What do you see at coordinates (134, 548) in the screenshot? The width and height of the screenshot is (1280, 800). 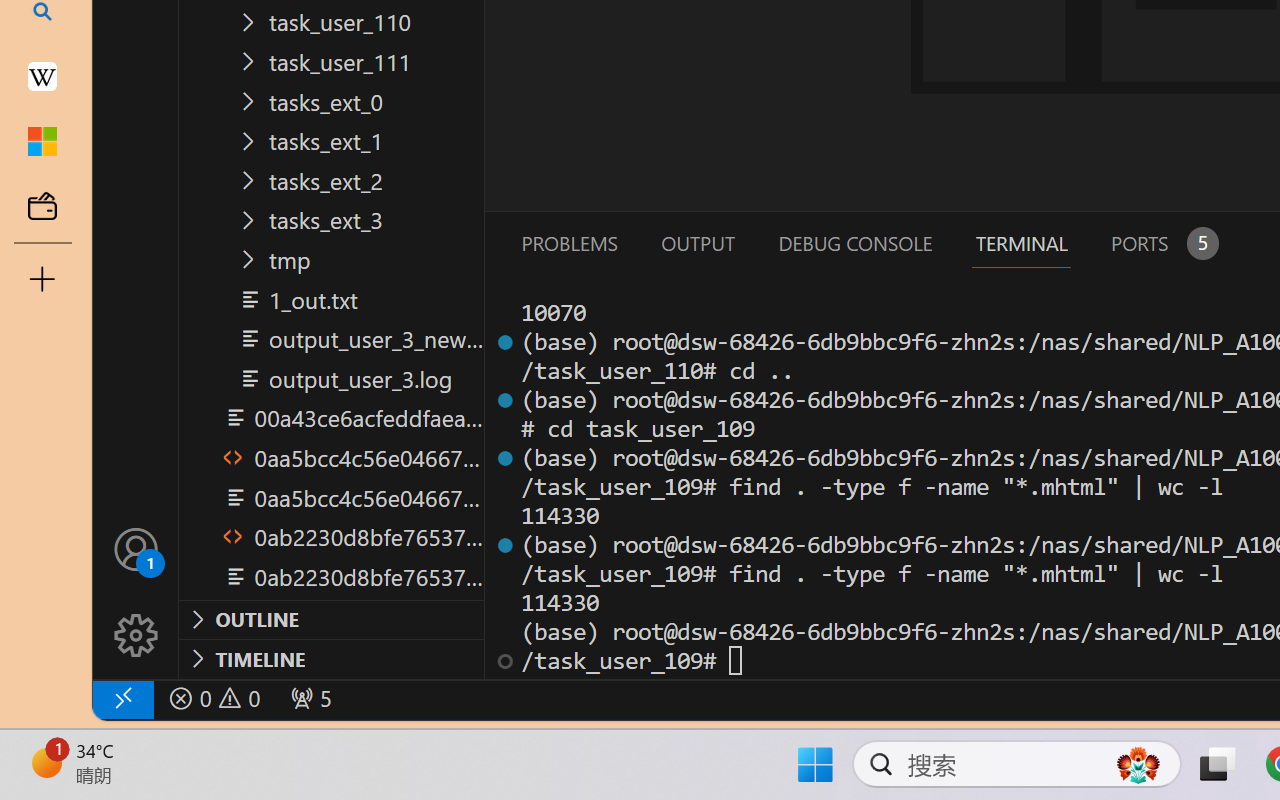 I see `'Accounts - Sign in requested'` at bounding box center [134, 548].